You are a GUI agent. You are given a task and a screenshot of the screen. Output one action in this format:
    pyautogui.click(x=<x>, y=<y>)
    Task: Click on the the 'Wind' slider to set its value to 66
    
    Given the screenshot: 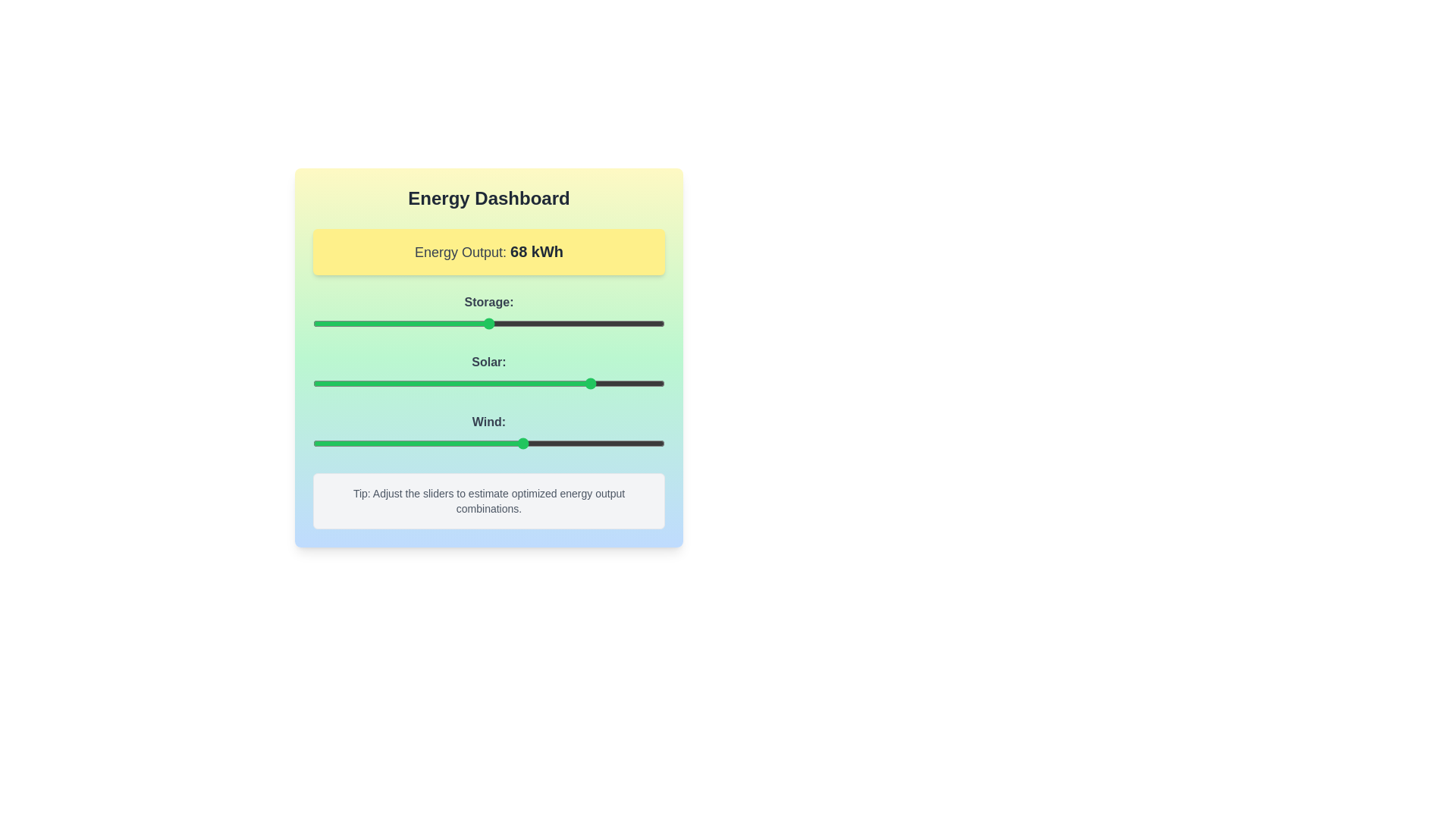 What is the action you would take?
    pyautogui.click(x=545, y=444)
    